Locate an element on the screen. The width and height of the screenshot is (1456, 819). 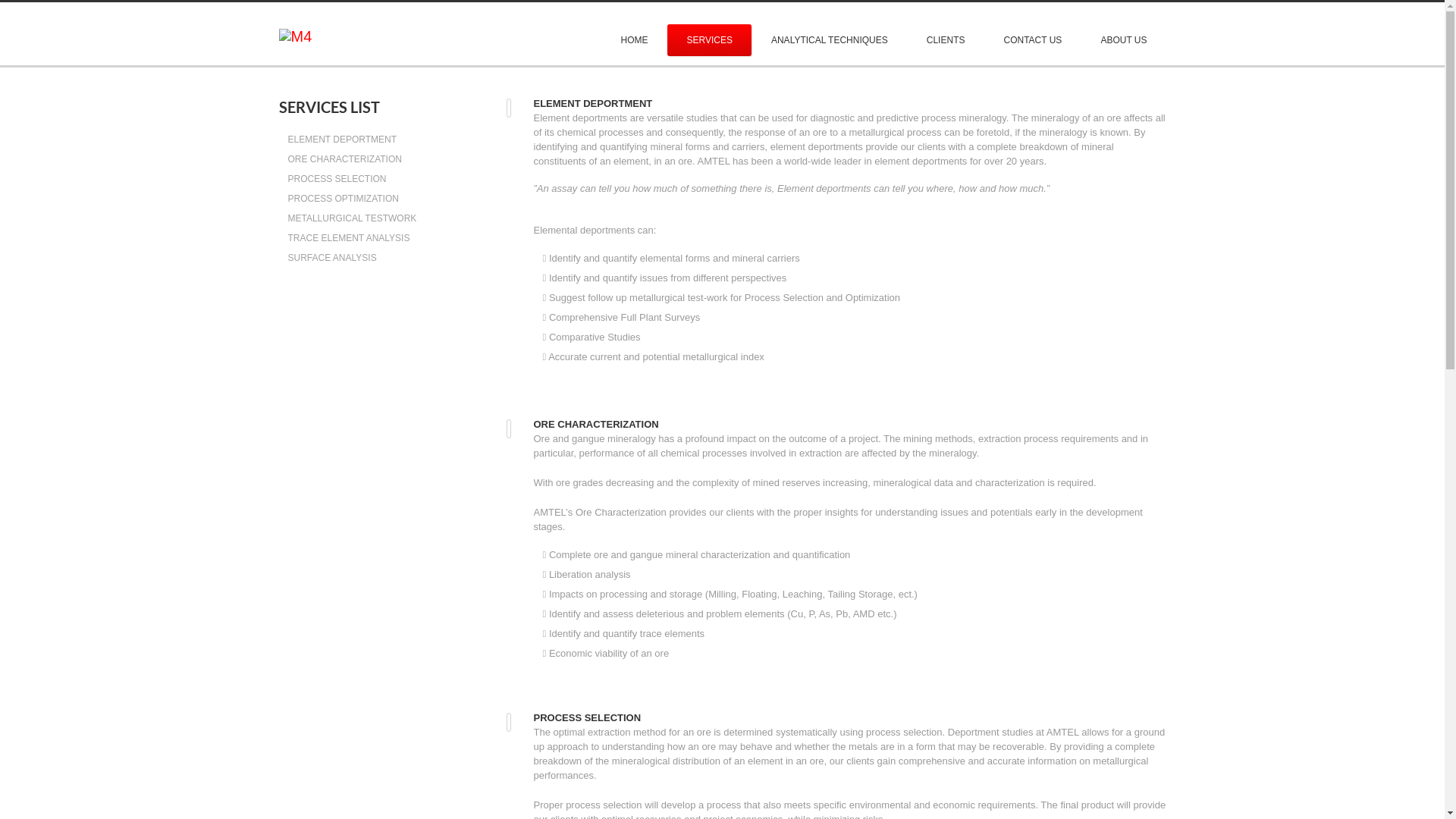
'METALLURGICAL TESTWORK' is located at coordinates (287, 218).